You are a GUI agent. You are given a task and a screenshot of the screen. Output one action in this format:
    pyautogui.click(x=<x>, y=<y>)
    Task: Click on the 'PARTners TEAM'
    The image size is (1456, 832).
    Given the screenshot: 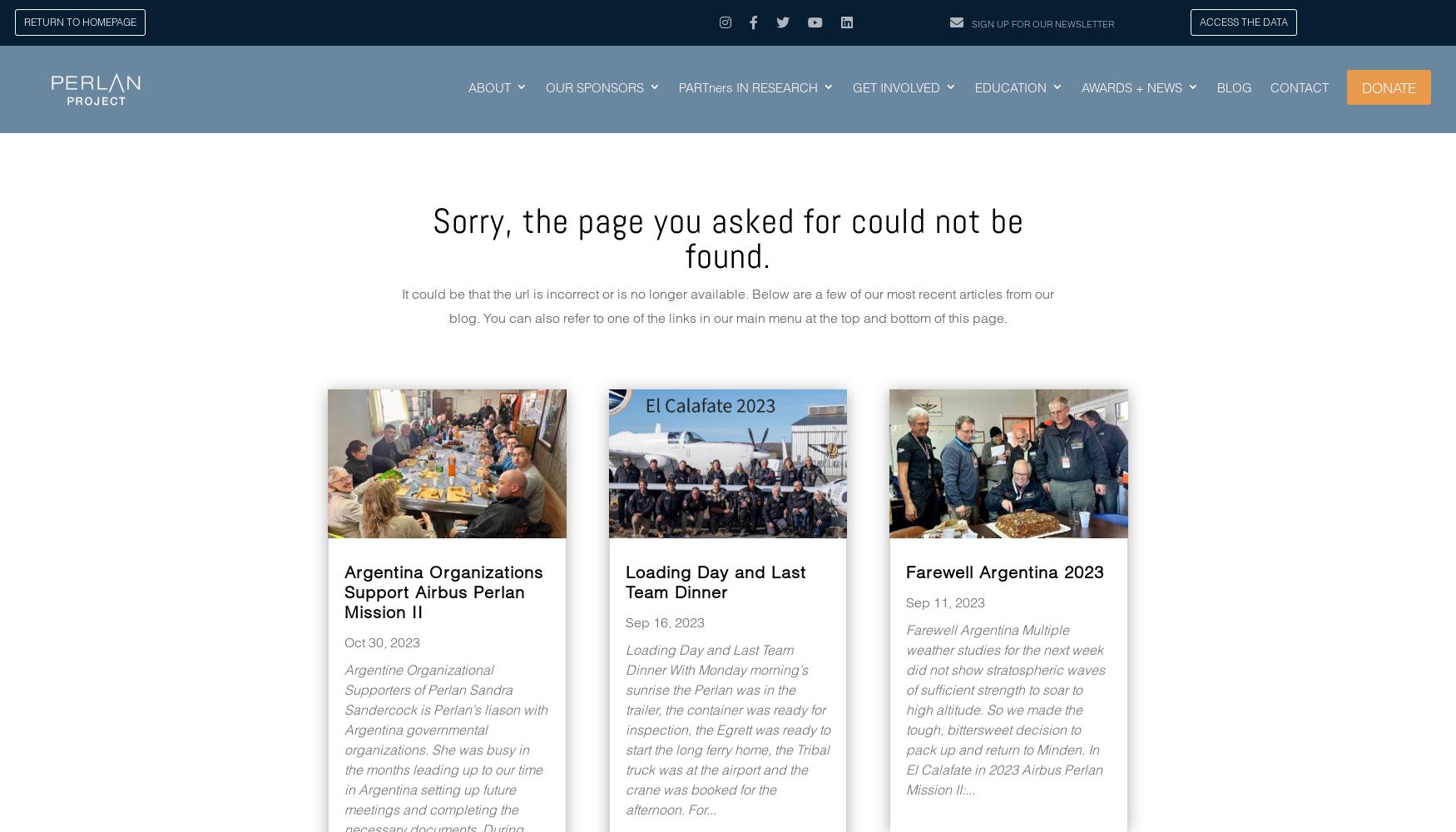 What is the action you would take?
    pyautogui.click(x=730, y=169)
    